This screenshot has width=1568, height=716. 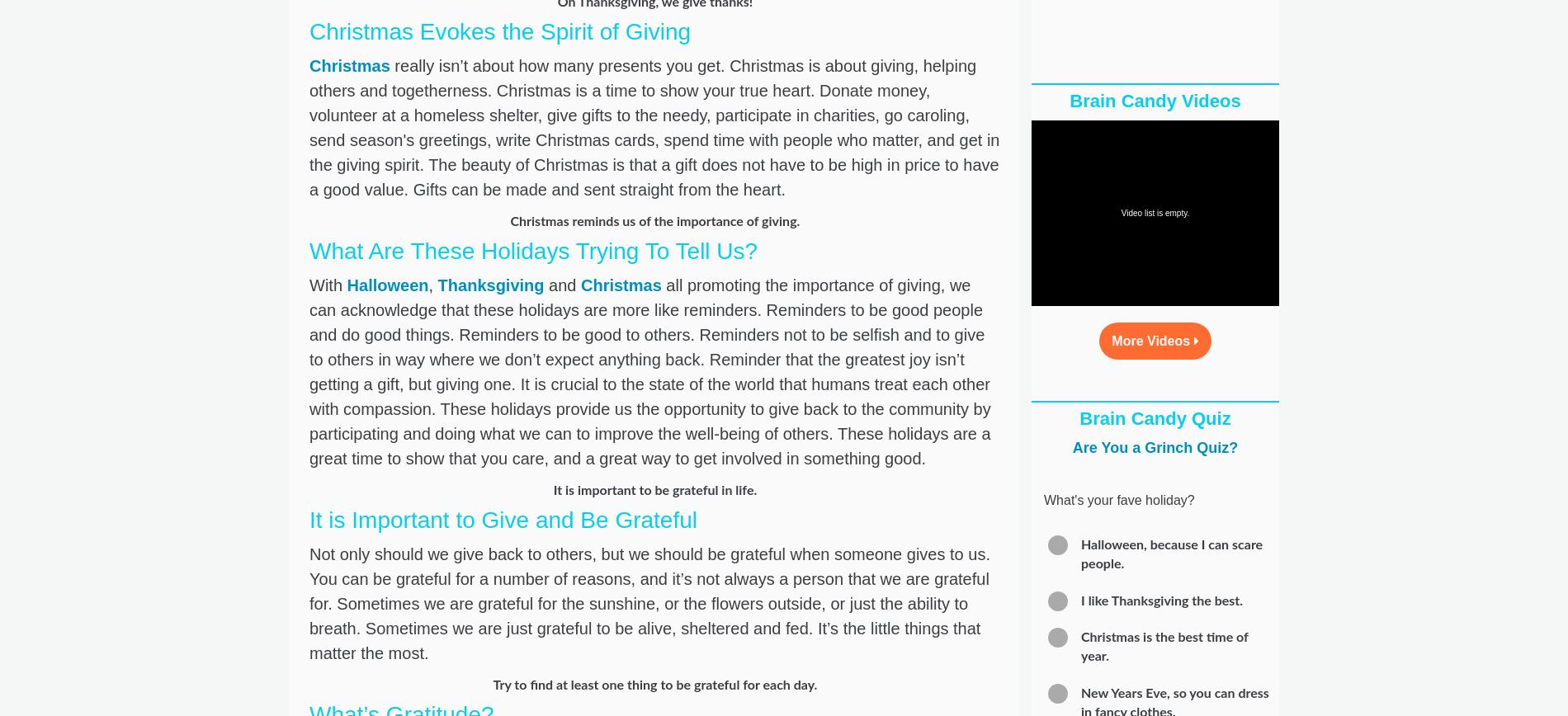 What do you see at coordinates (309, 603) in the screenshot?
I see `'Not only should we give back to others, but we should be grateful when someone gives to us. You can be grateful for a number of reasons, and it’s not always a person that we are grateful for. Sometimes we are grateful for the sunshine, or the flowers outside, or just the ability to breath. Sometimes we are just grateful to be alive, sheltered and fed. It’s the little things that matter the most.'` at bounding box center [309, 603].